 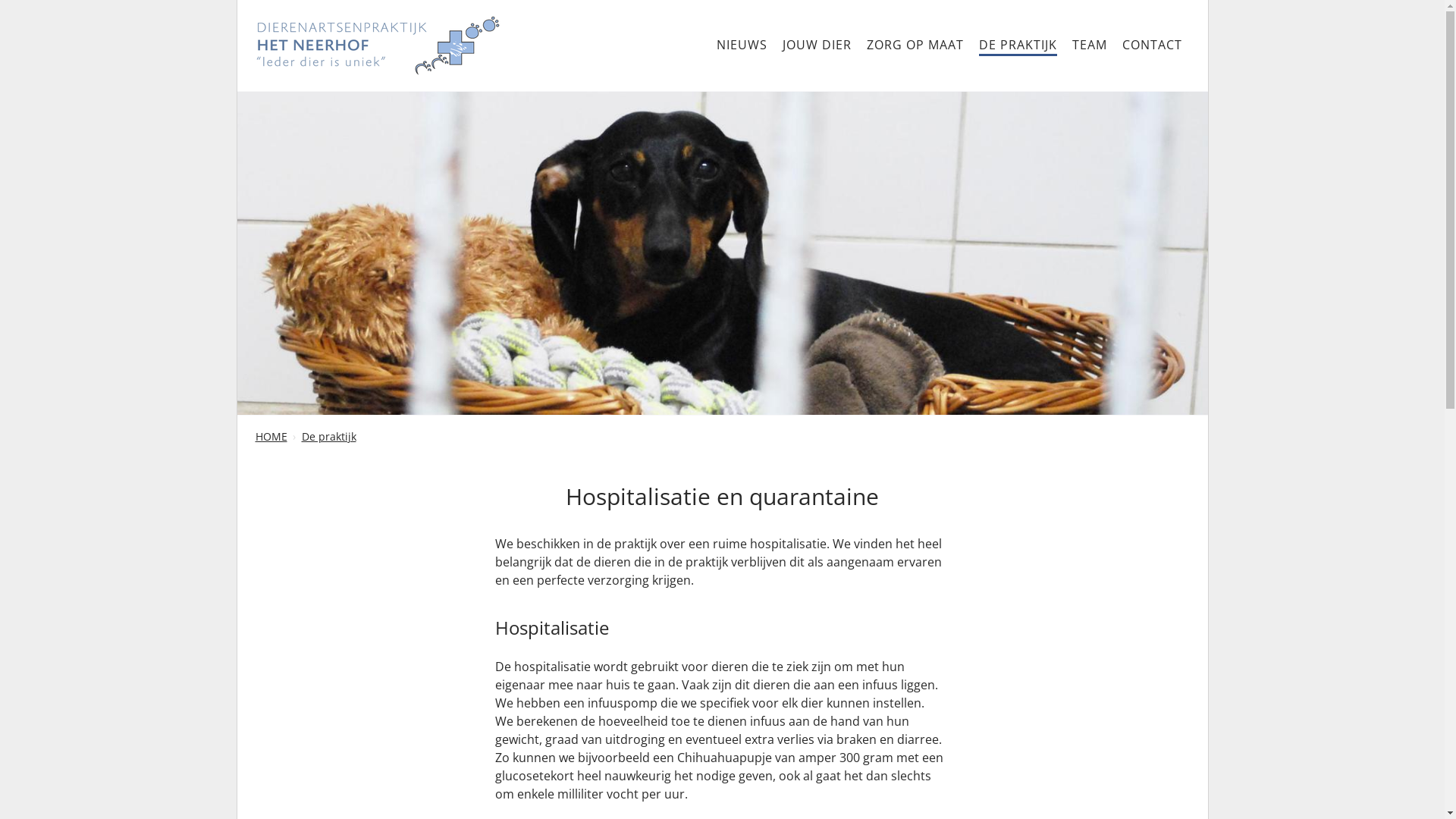 I want to click on 'CONTACT', so click(x=1152, y=44).